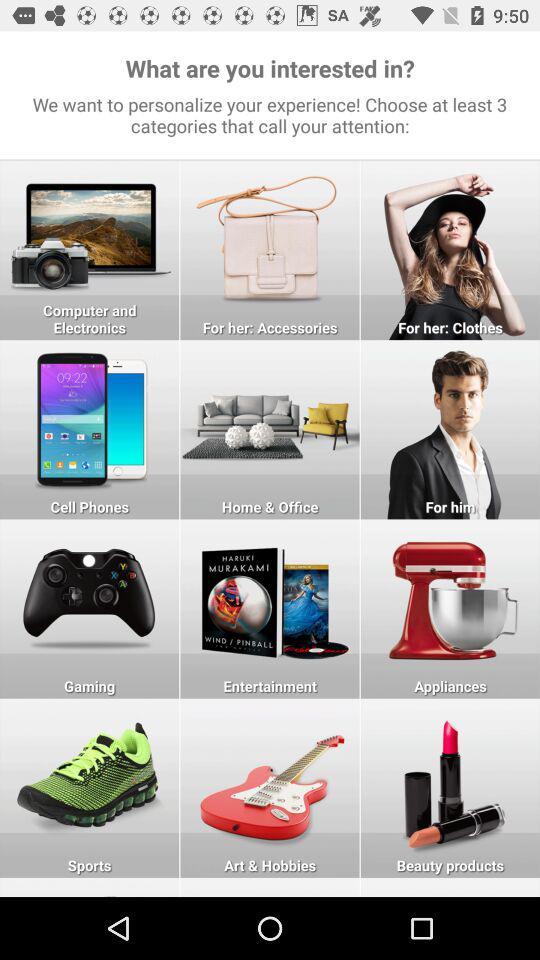  Describe the element at coordinates (270, 429) in the screenshot. I see `home office` at that location.